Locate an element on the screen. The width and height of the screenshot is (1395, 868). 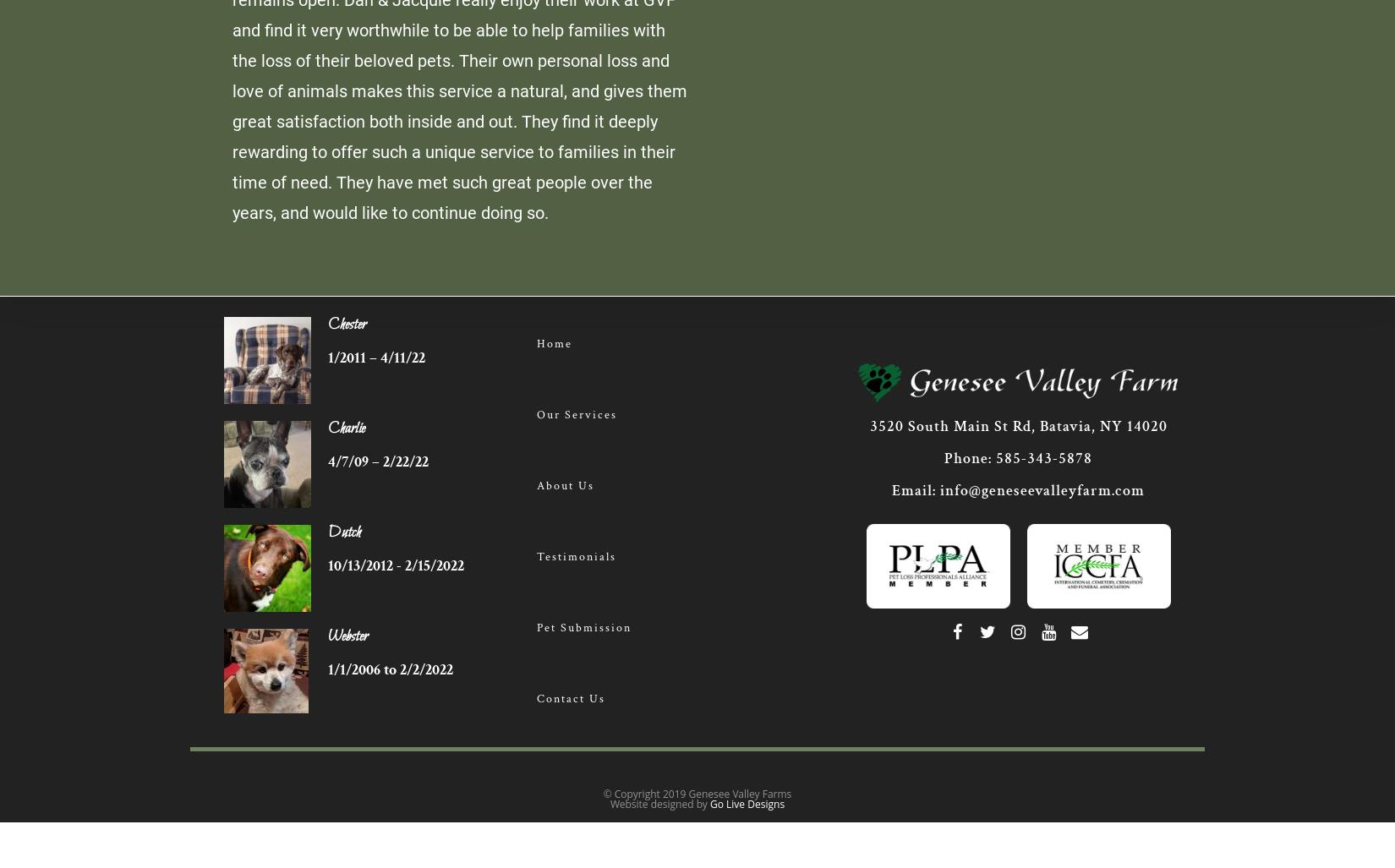
'© Copyright 2019 Genesee Valley Farms' is located at coordinates (696, 794).